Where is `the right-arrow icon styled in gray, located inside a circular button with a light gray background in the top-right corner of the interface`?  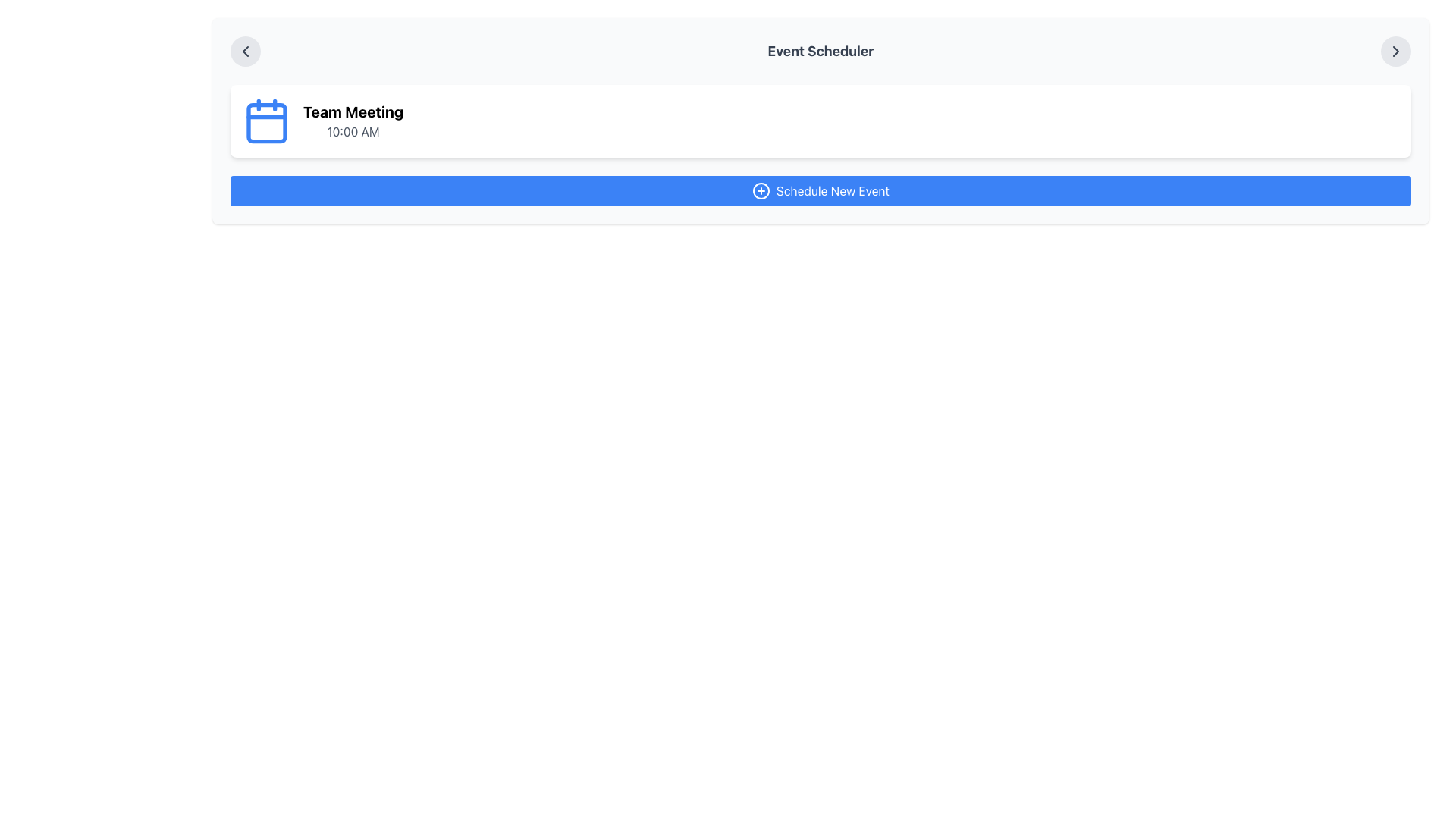
the right-arrow icon styled in gray, located inside a circular button with a light gray background in the top-right corner of the interface is located at coordinates (1395, 51).